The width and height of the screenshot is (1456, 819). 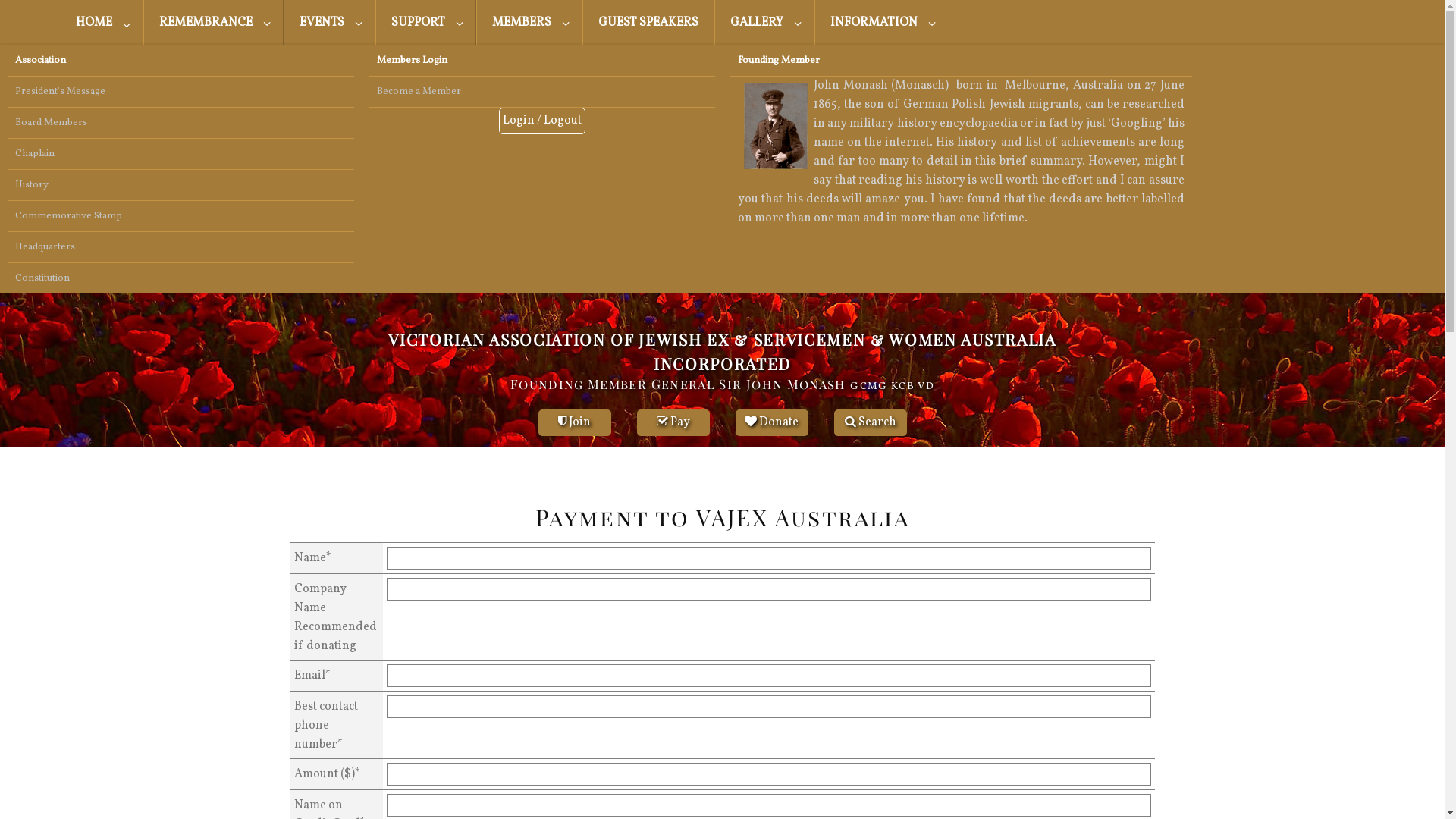 What do you see at coordinates (328, 23) in the screenshot?
I see `'EVENTS'` at bounding box center [328, 23].